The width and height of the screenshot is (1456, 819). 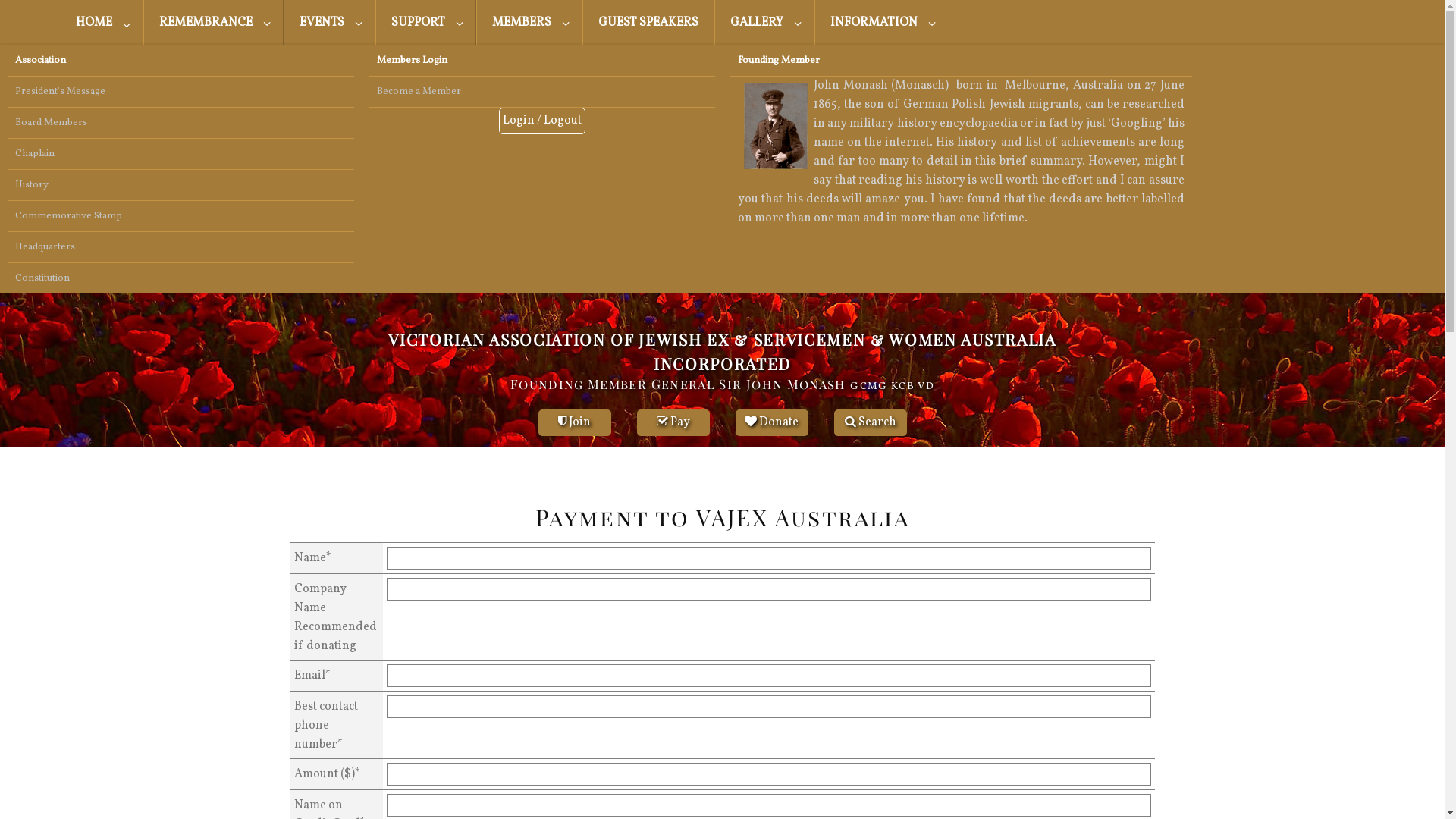 What do you see at coordinates (328, 23) in the screenshot?
I see `'EVENTS'` at bounding box center [328, 23].